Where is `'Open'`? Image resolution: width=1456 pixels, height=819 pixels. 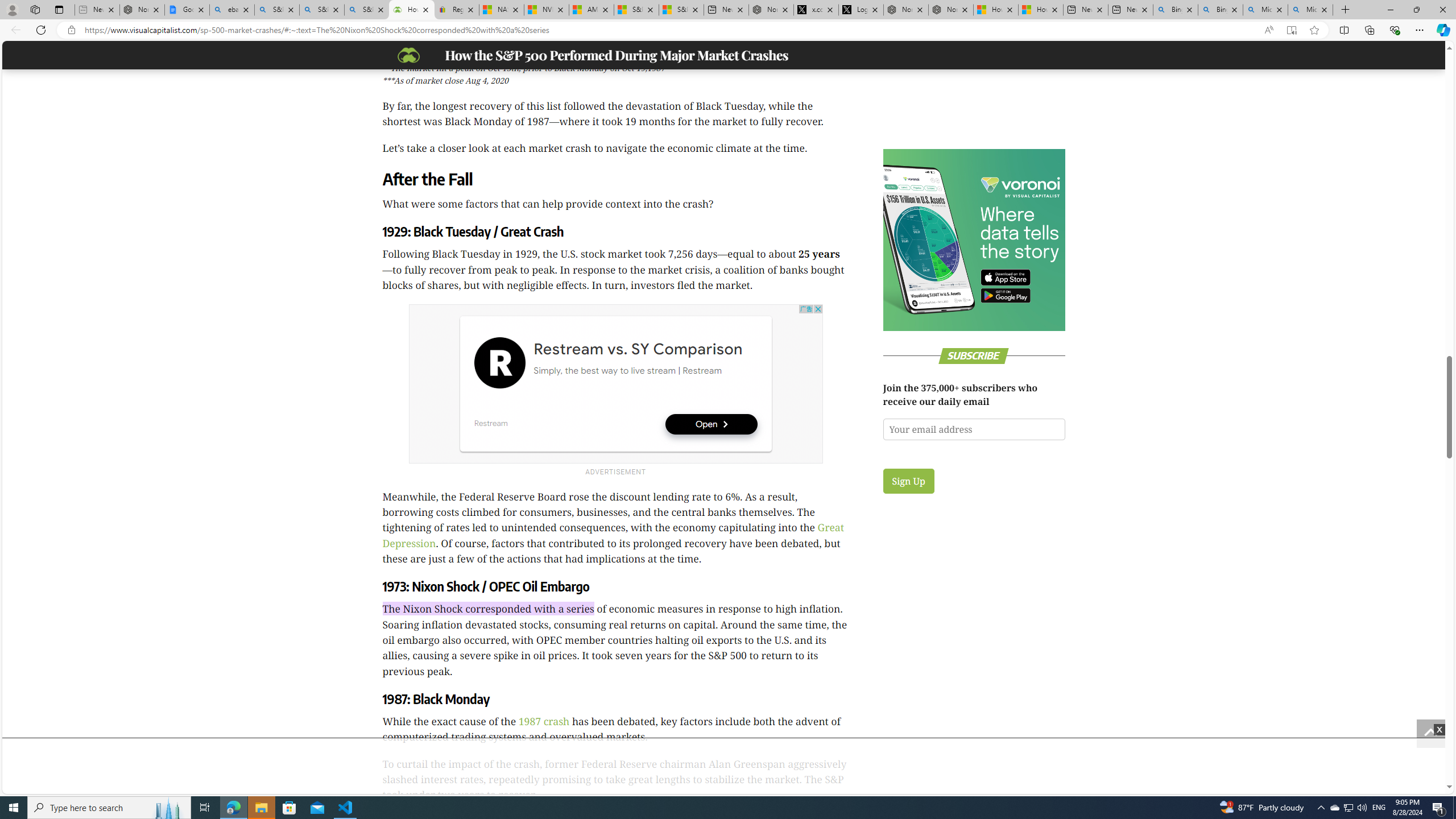 'Open' is located at coordinates (711, 423).